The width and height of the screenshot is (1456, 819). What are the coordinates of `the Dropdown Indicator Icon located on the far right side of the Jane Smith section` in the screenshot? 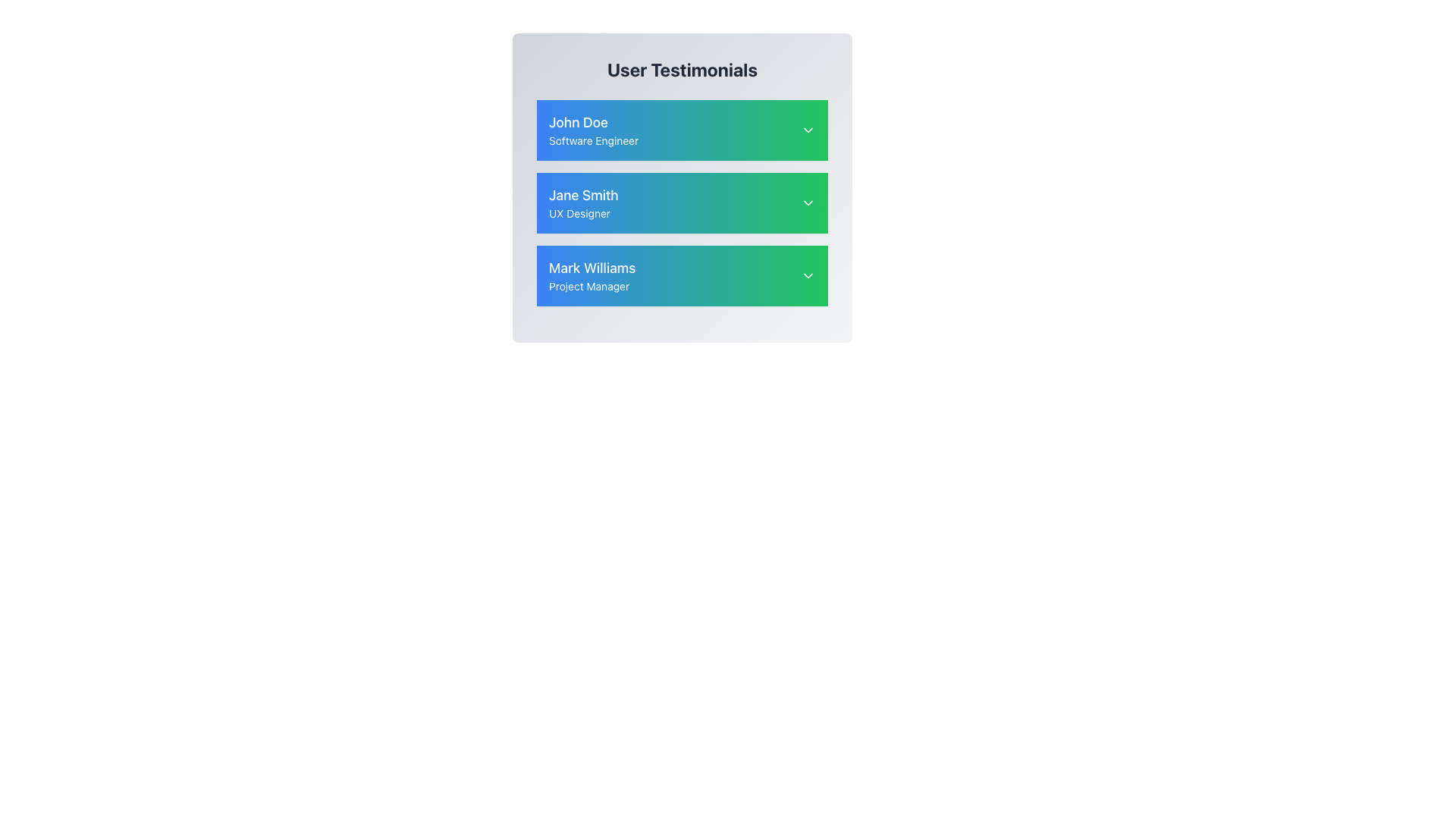 It's located at (807, 202).